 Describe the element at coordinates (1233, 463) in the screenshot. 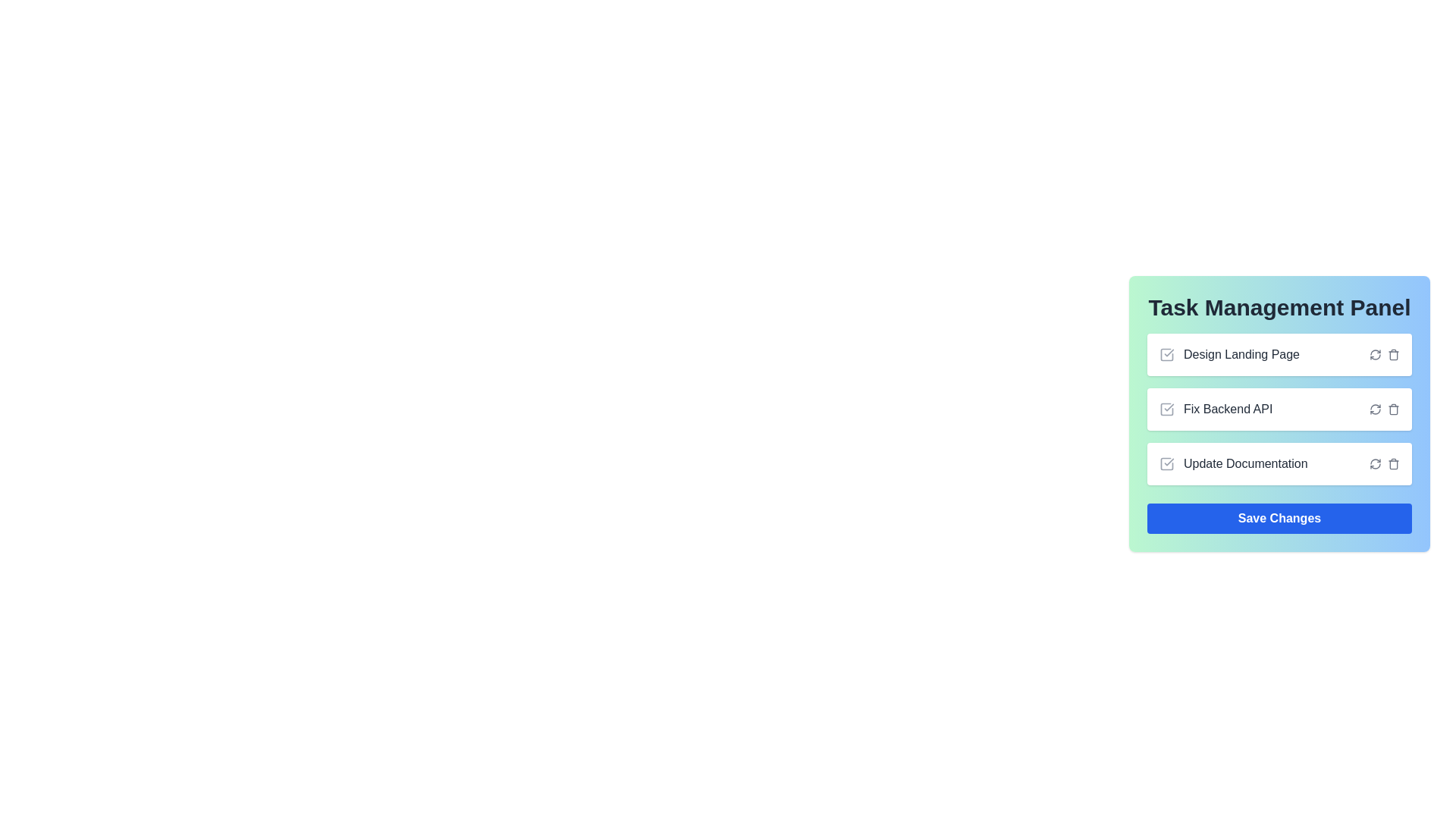

I see `the label element that describes the task 'Update Documentation', which is the third item in the task management list` at that location.